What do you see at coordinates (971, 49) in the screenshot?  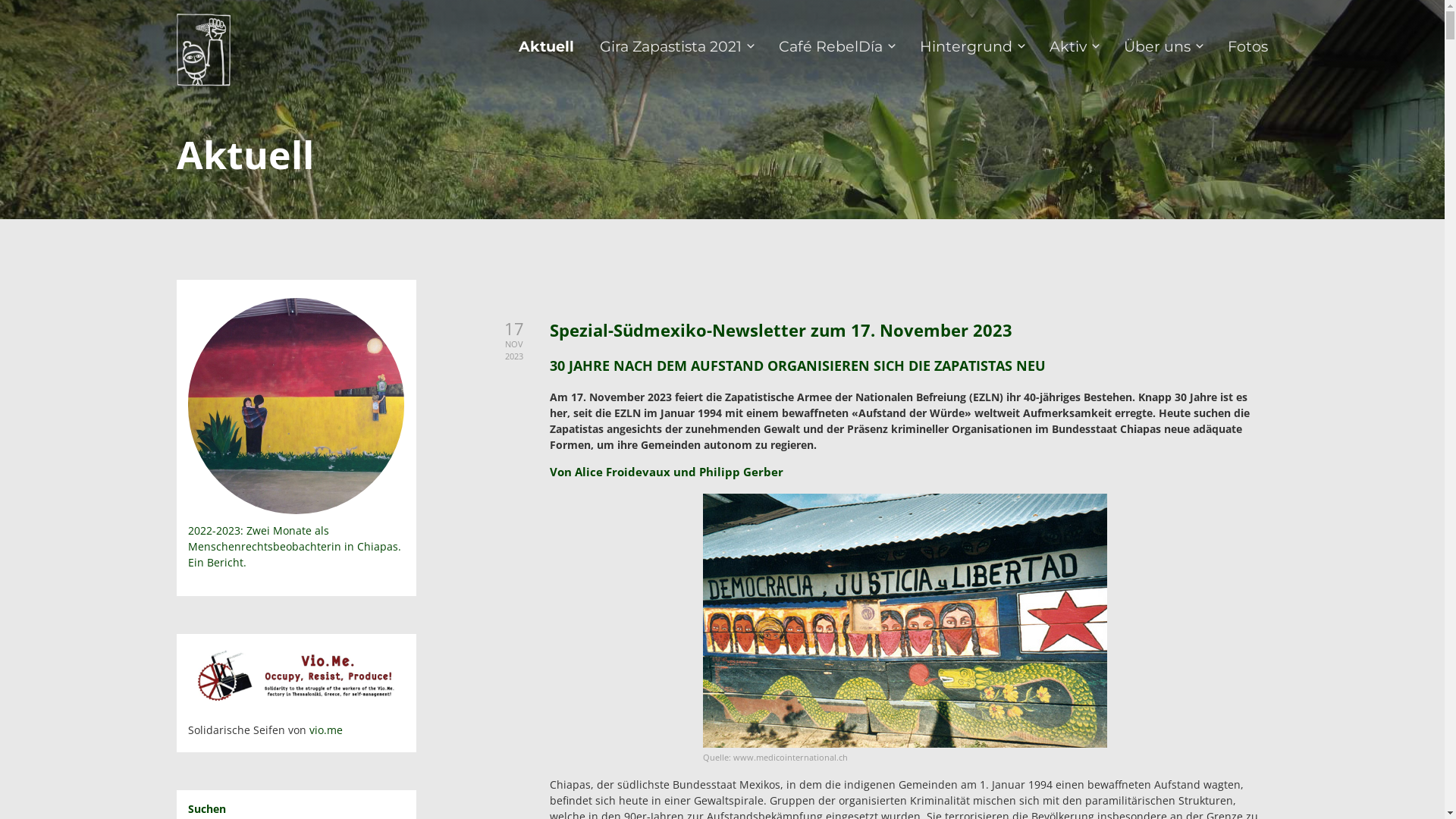 I see `'Hintergrund'` at bounding box center [971, 49].